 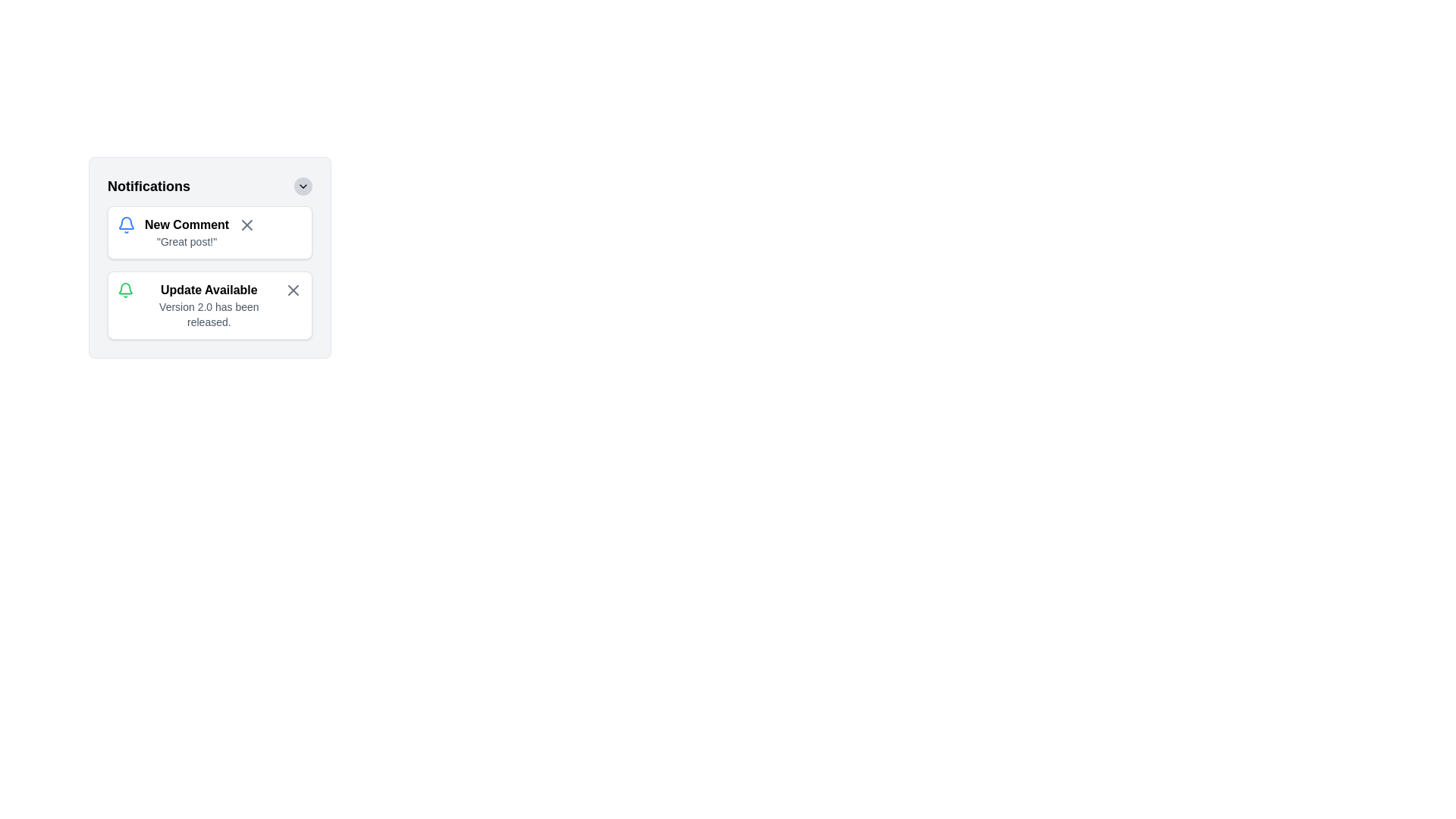 What do you see at coordinates (186, 241) in the screenshot?
I see `text from the small text block displaying 'Great post!' located beneath the bolded title 'New Comment' in the notification card` at bounding box center [186, 241].